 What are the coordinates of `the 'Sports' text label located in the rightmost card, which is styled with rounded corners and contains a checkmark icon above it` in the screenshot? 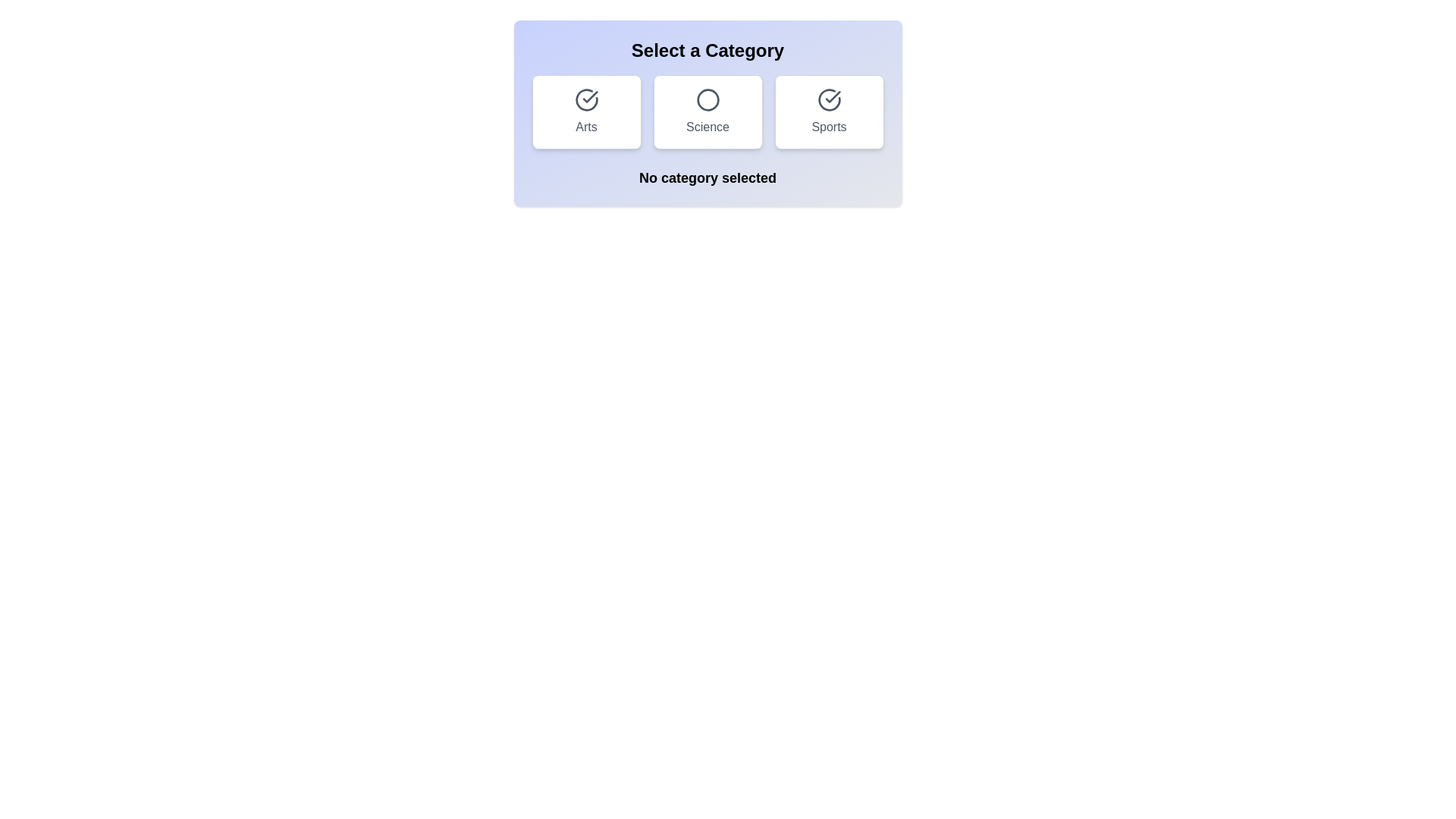 It's located at (828, 127).